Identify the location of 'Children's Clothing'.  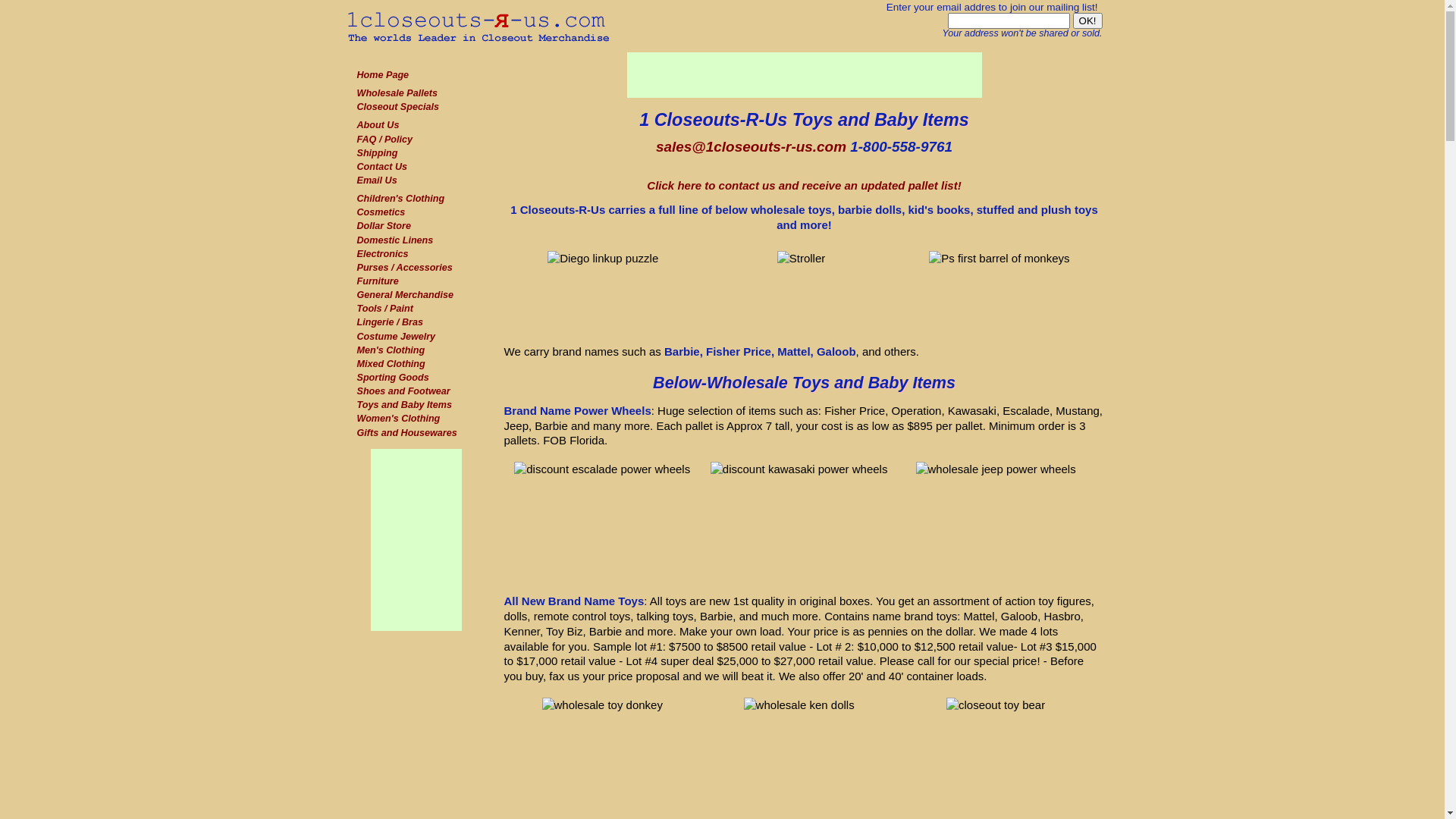
(400, 198).